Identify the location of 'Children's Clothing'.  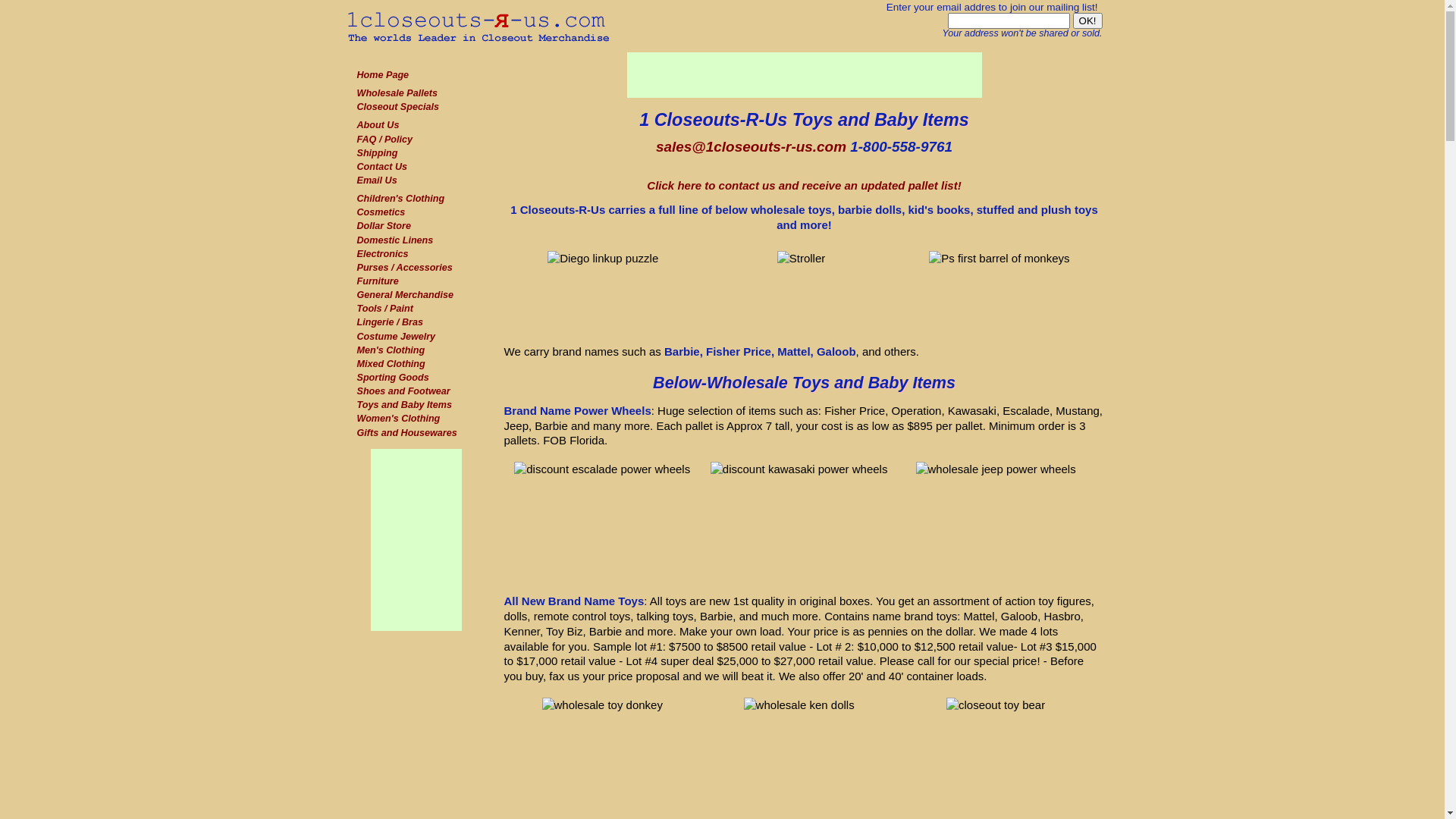
(400, 198).